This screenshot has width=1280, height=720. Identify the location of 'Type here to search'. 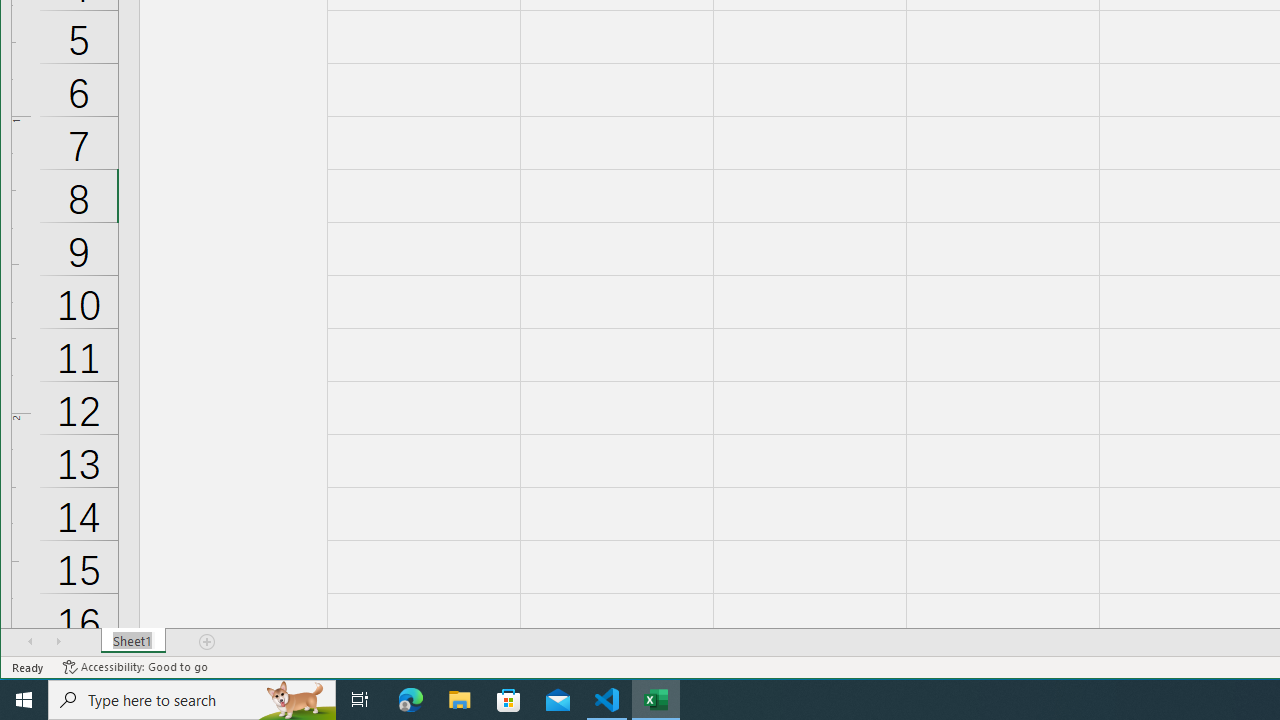
(192, 698).